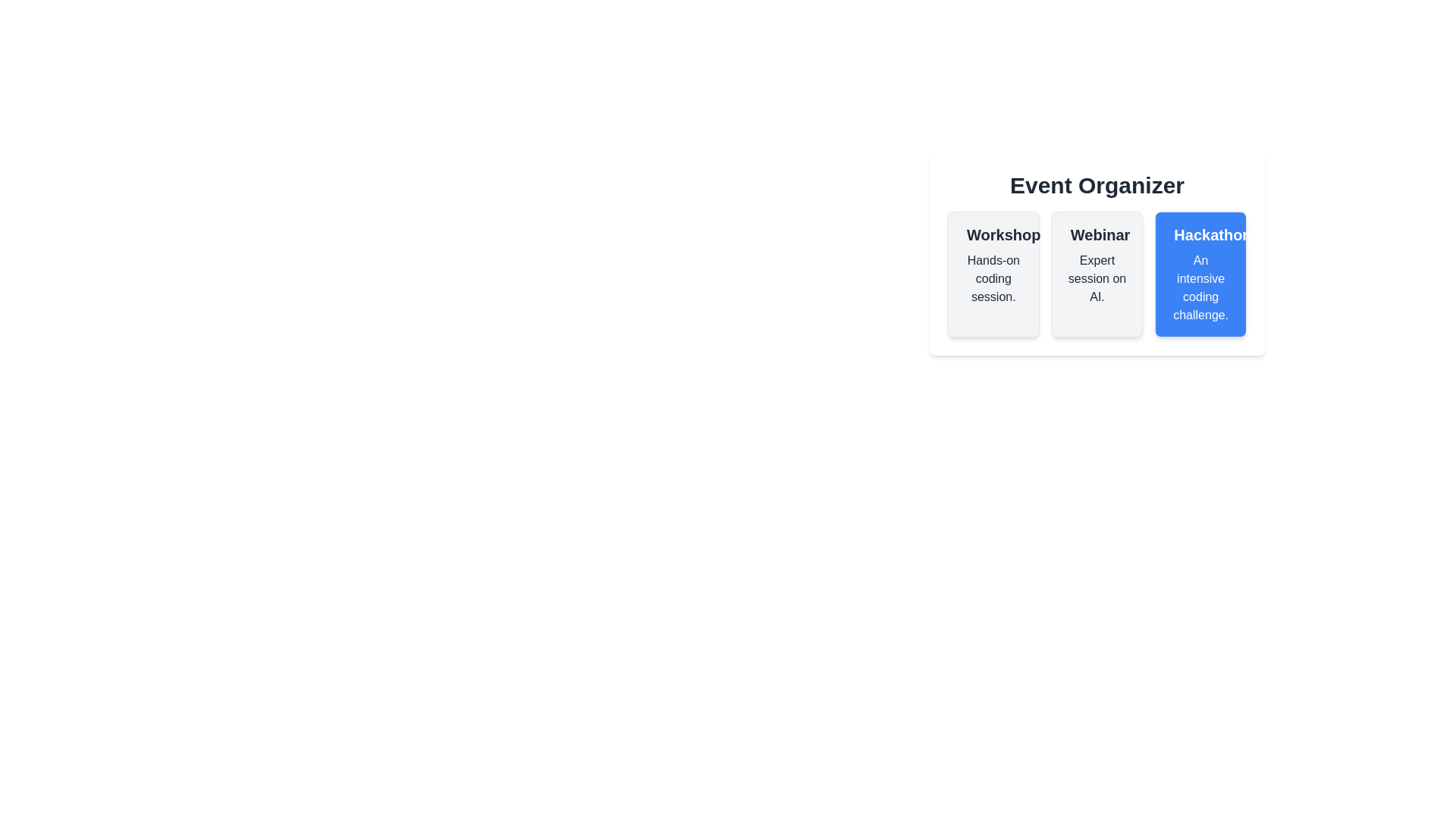 This screenshot has width=1456, height=819. I want to click on the event card labeled Hackathon, so click(1200, 275).